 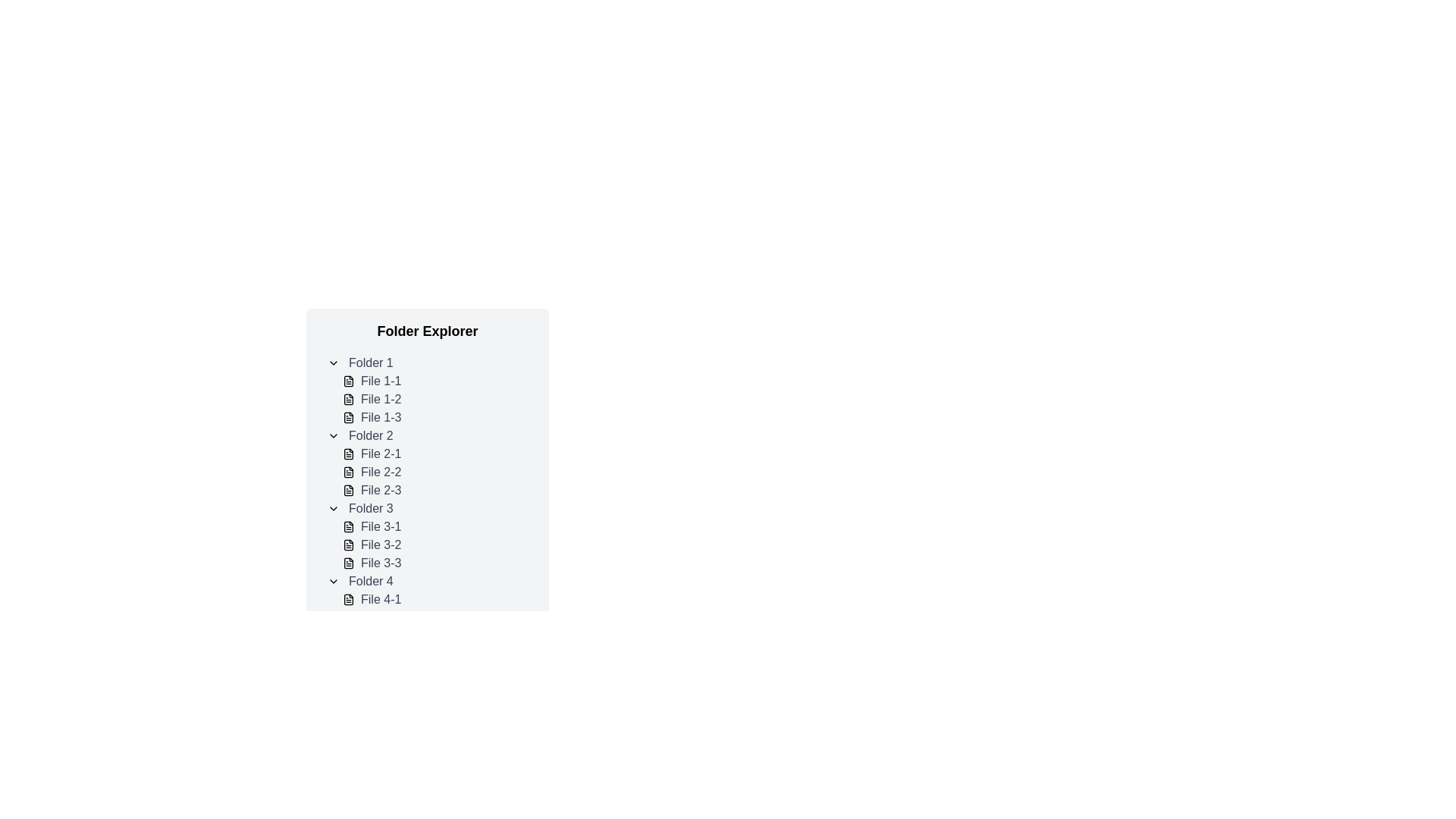 What do you see at coordinates (333, 581) in the screenshot?
I see `the expand/collapse button for 'Folder 4', which is located immediately to the left of the 'Folder 4' text in the folder navigation interface` at bounding box center [333, 581].